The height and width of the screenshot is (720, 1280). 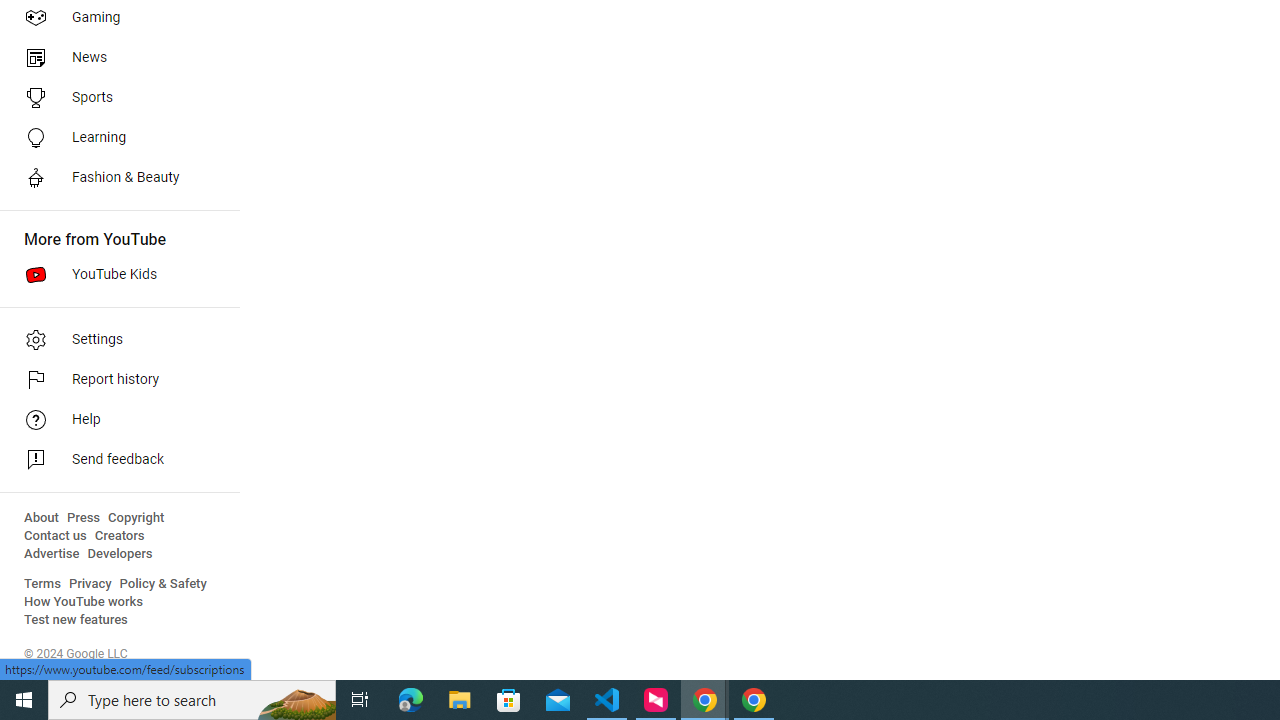 What do you see at coordinates (112, 460) in the screenshot?
I see `'Send feedback'` at bounding box center [112, 460].